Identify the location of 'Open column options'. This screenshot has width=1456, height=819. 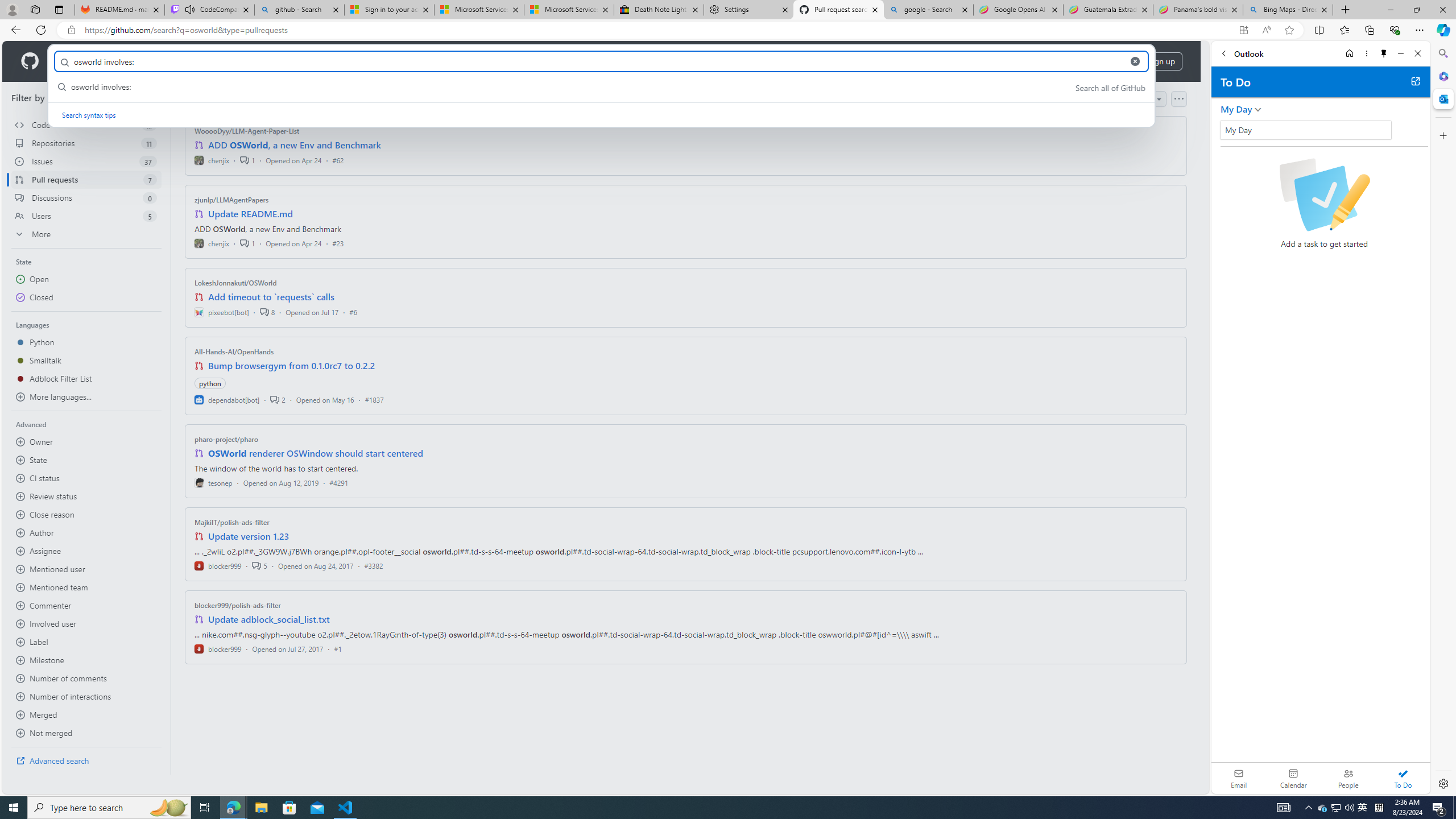
(1178, 98).